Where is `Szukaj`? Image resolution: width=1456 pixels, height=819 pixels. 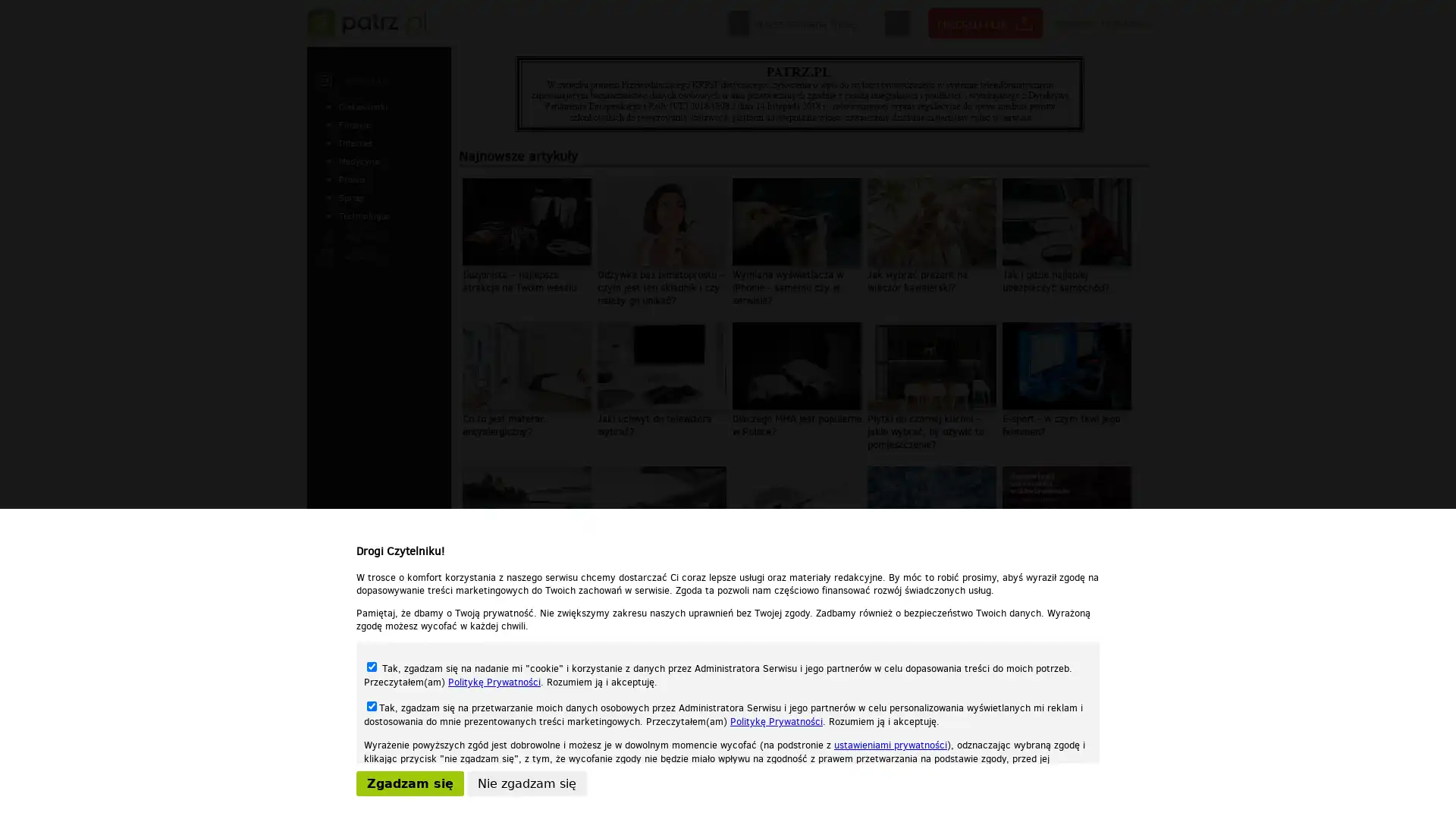
Szukaj is located at coordinates (897, 24).